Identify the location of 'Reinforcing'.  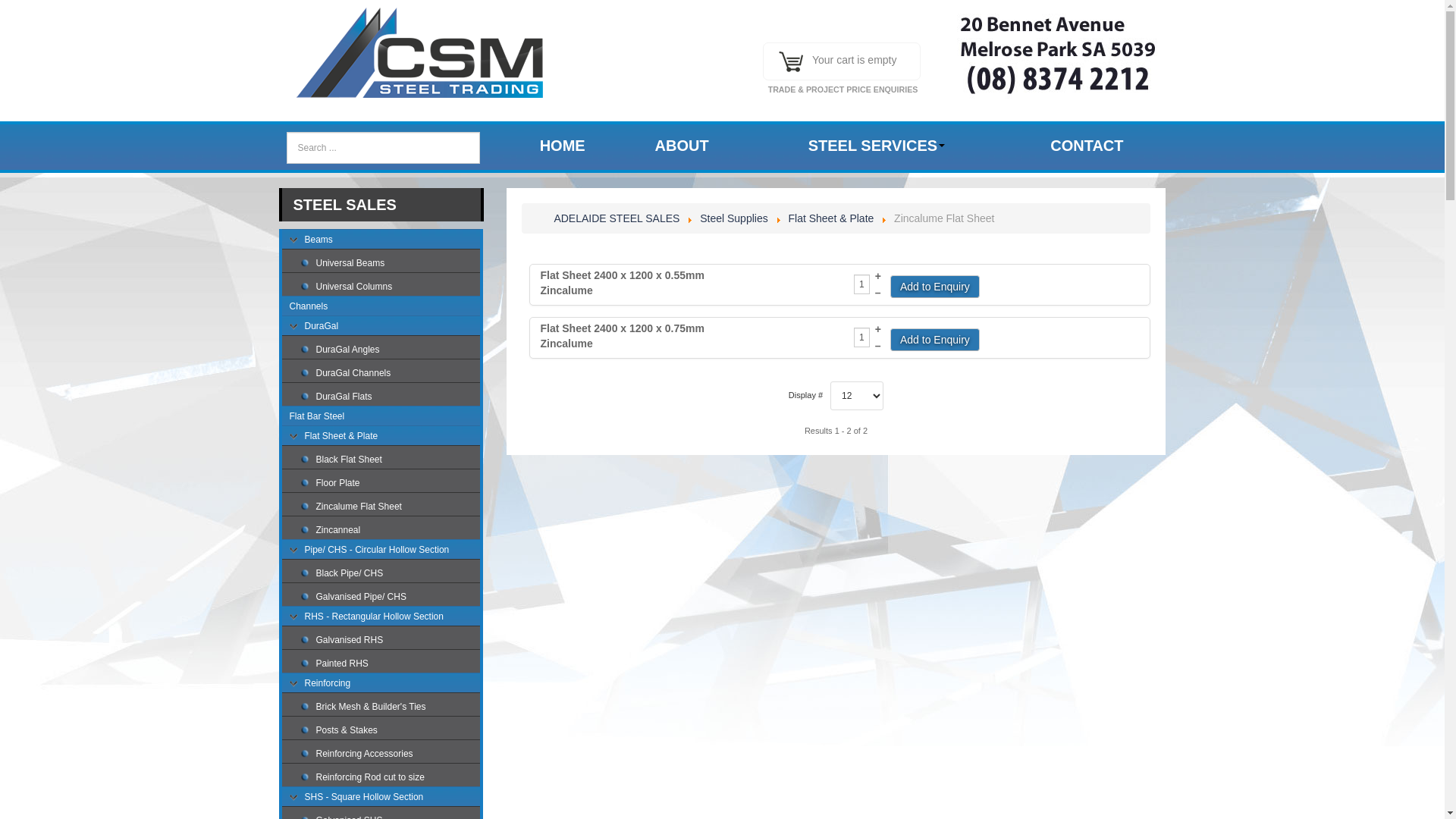
(381, 684).